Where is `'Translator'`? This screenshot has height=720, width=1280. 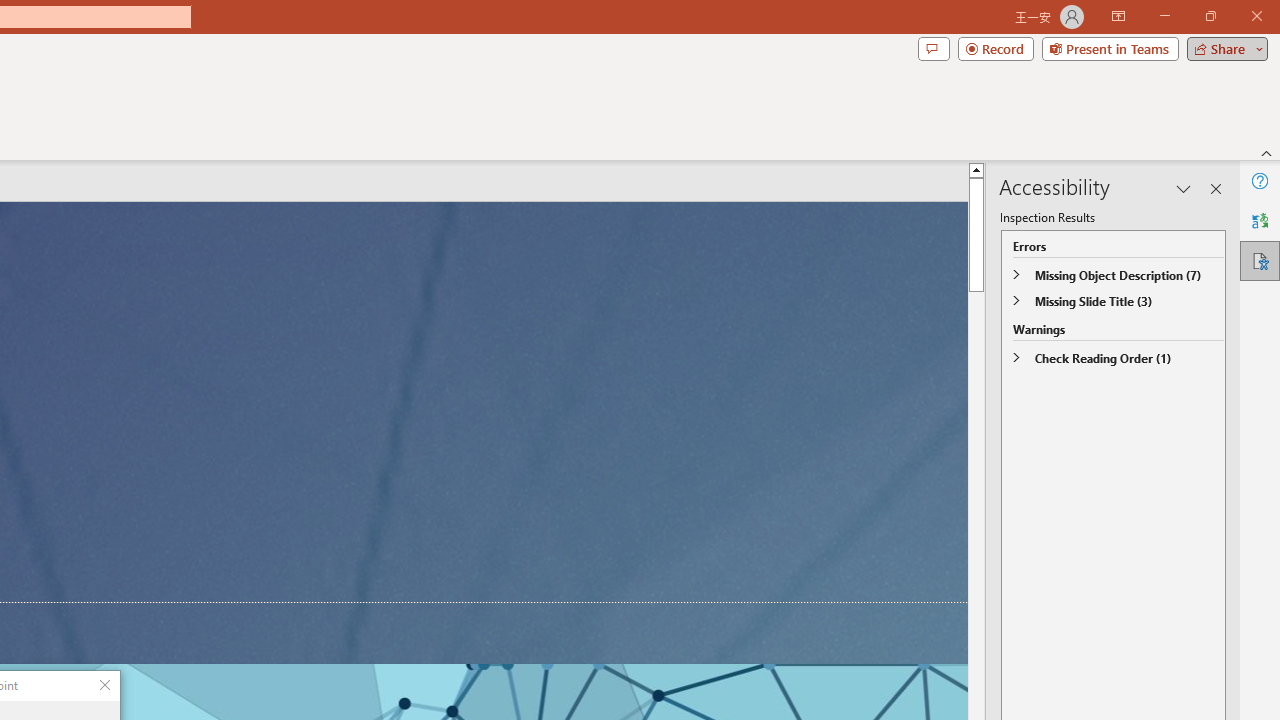 'Translator' is located at coordinates (1259, 221).